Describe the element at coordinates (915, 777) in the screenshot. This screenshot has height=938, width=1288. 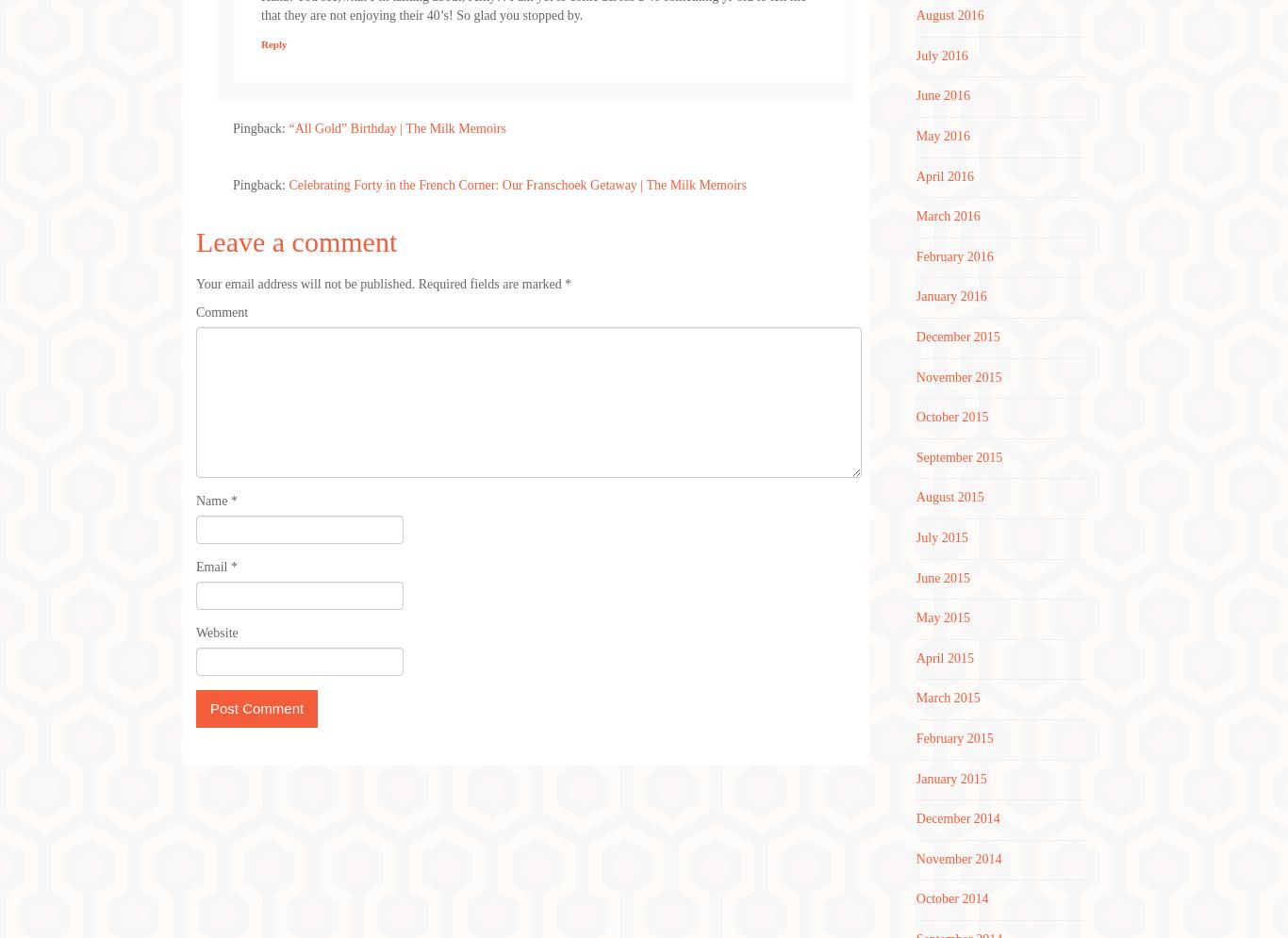
I see `'January 2015'` at that location.